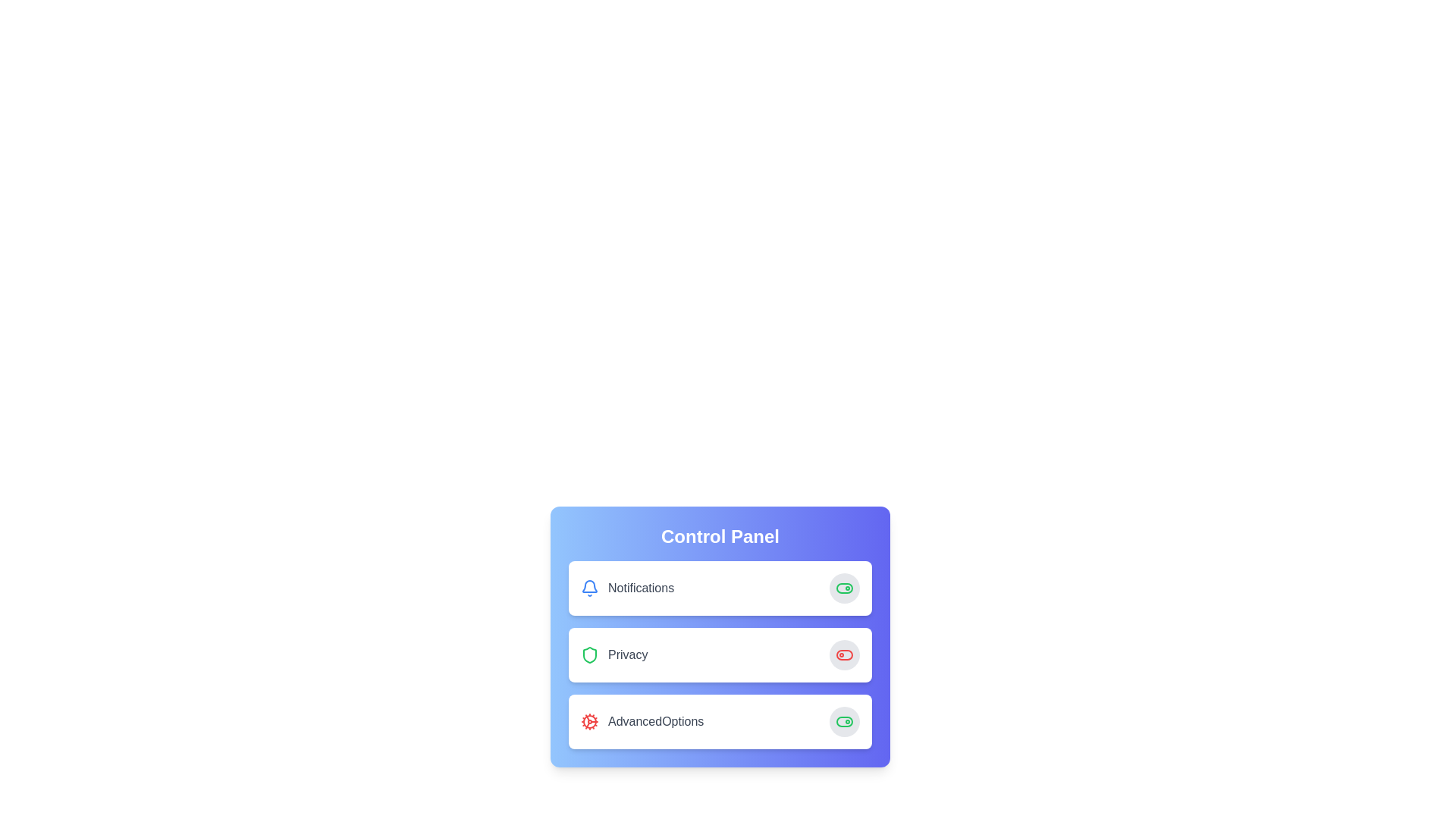  What do you see at coordinates (627, 587) in the screenshot?
I see `the 'Notifications' text with the blue bell icon at the top of the vertical list in the 'Control Panel'` at bounding box center [627, 587].